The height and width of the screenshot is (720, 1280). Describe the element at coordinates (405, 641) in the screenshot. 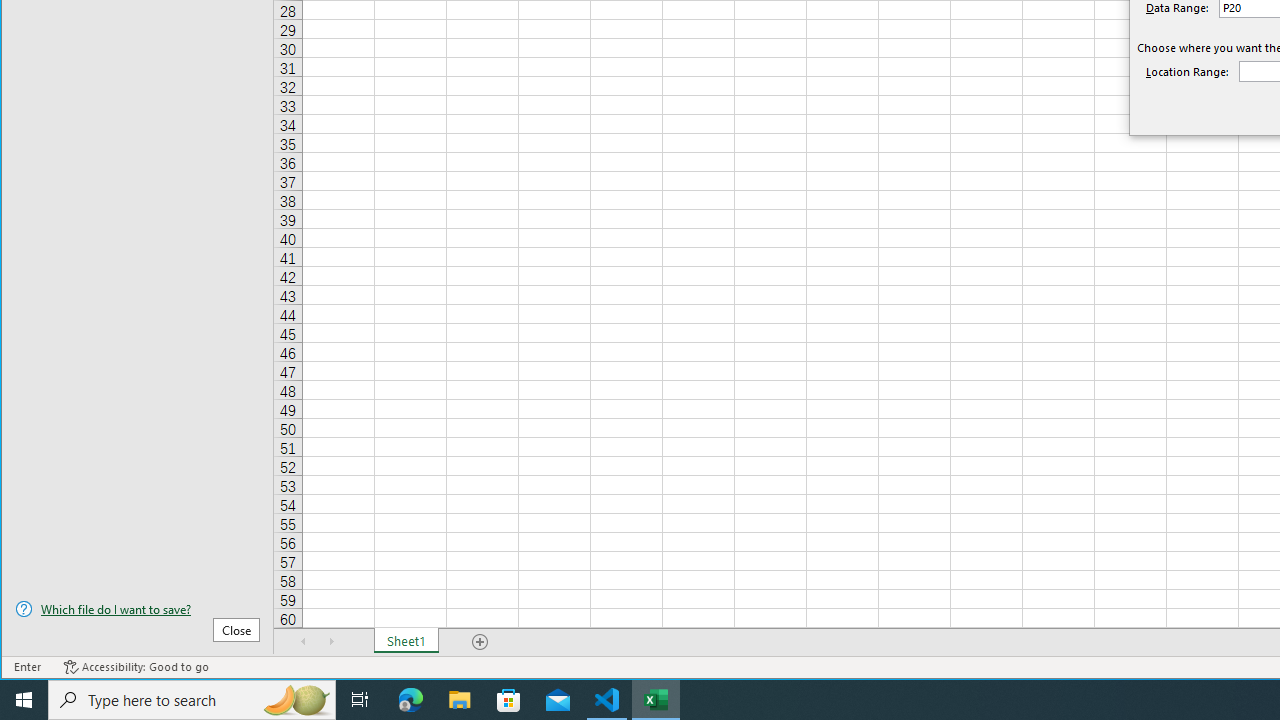

I see `'Sheet1'` at that location.